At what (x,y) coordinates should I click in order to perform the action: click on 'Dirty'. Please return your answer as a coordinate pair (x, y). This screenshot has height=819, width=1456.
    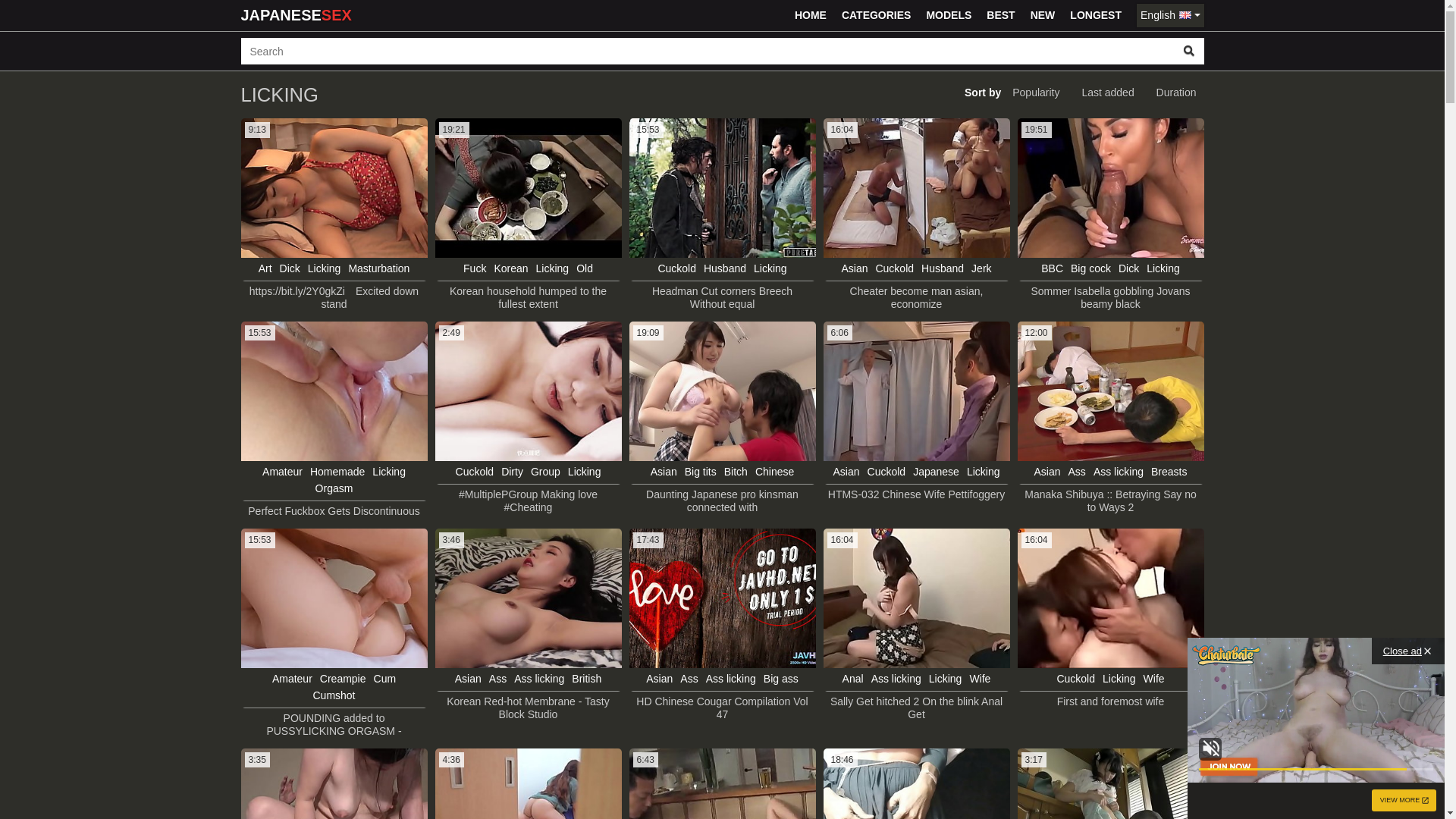
    Looking at the image, I should click on (512, 470).